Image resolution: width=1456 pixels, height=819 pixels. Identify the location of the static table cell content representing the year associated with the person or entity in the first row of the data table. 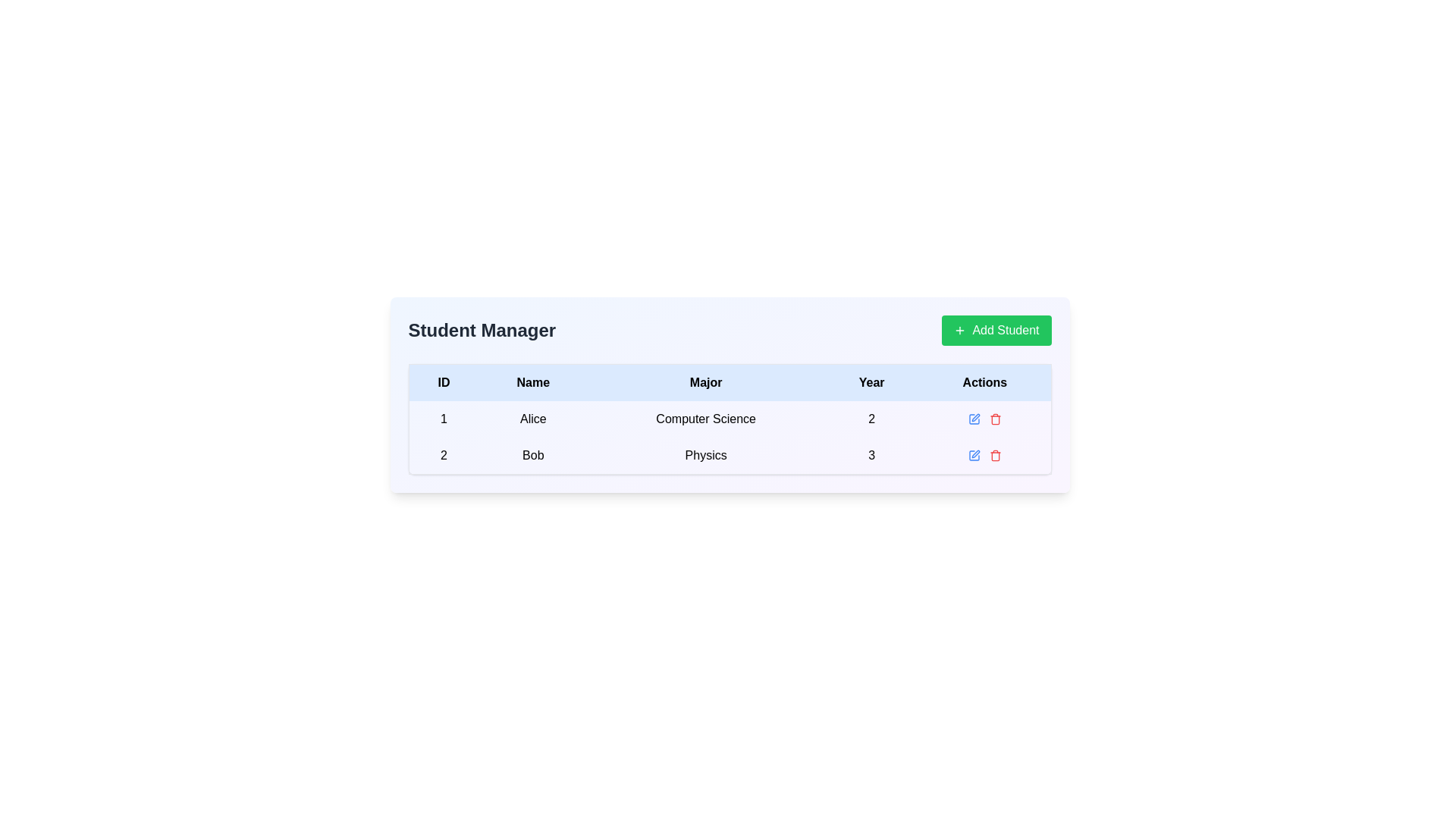
(871, 419).